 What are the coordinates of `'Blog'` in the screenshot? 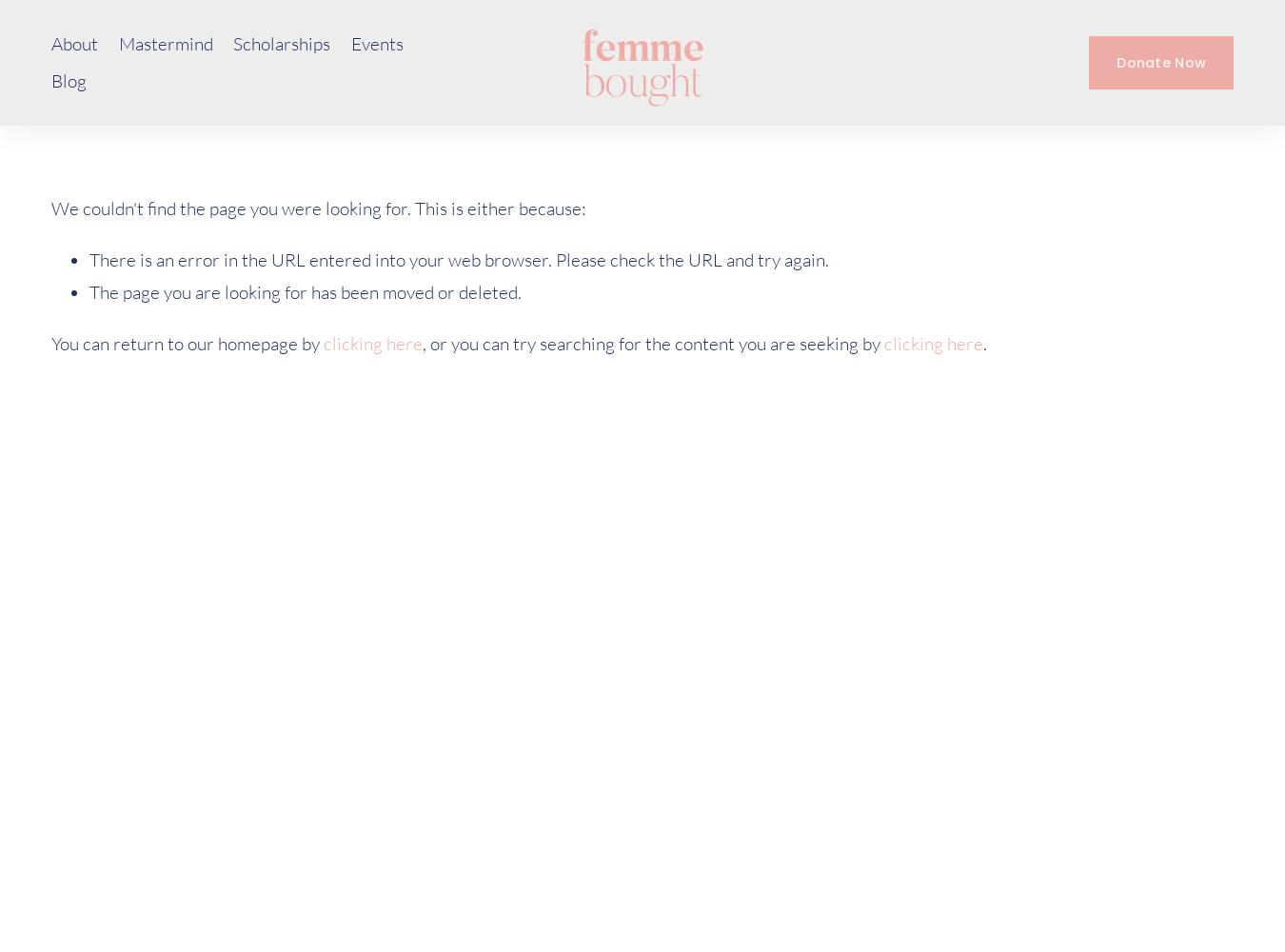 It's located at (68, 79).